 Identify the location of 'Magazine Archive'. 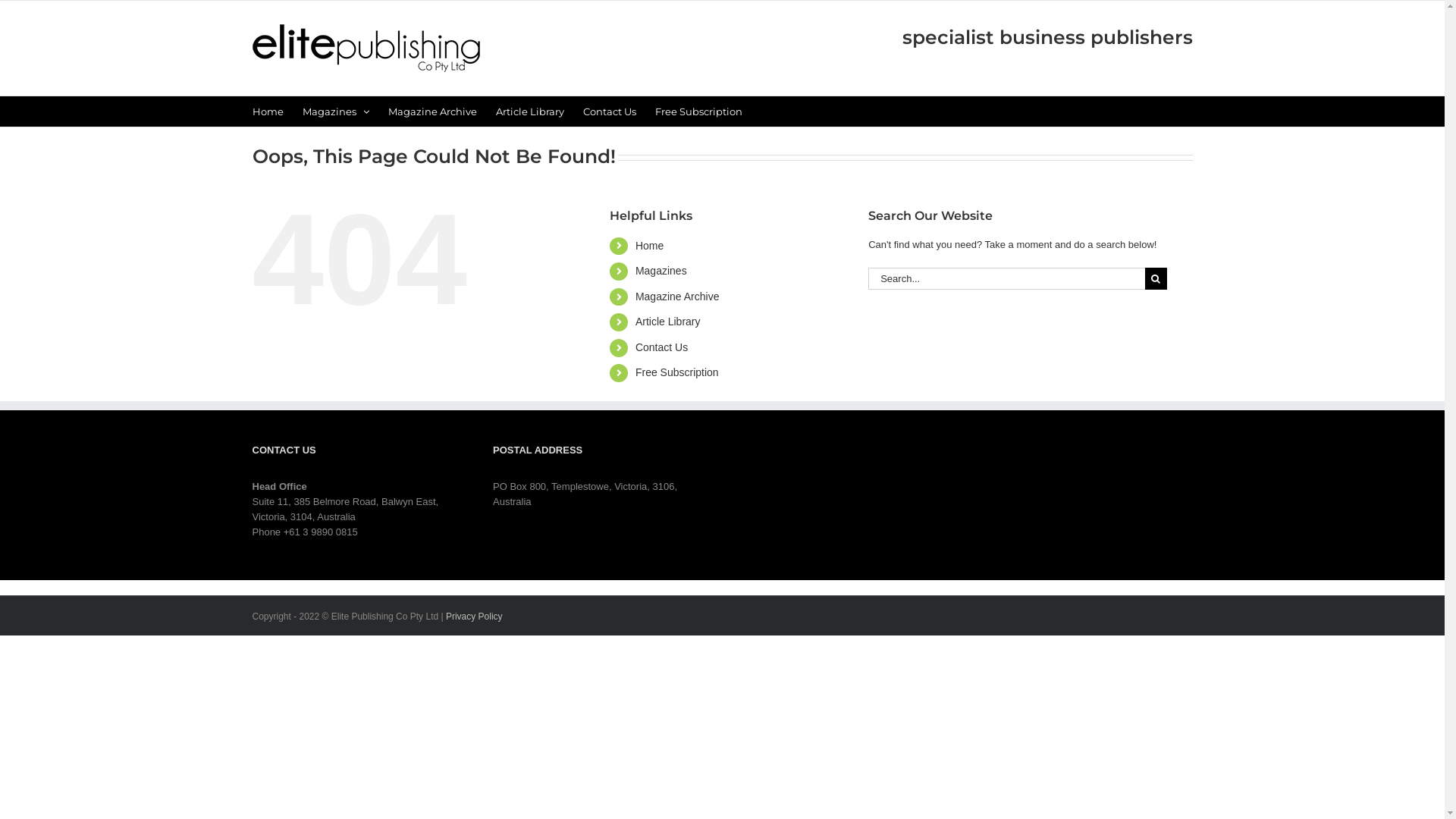
(431, 110).